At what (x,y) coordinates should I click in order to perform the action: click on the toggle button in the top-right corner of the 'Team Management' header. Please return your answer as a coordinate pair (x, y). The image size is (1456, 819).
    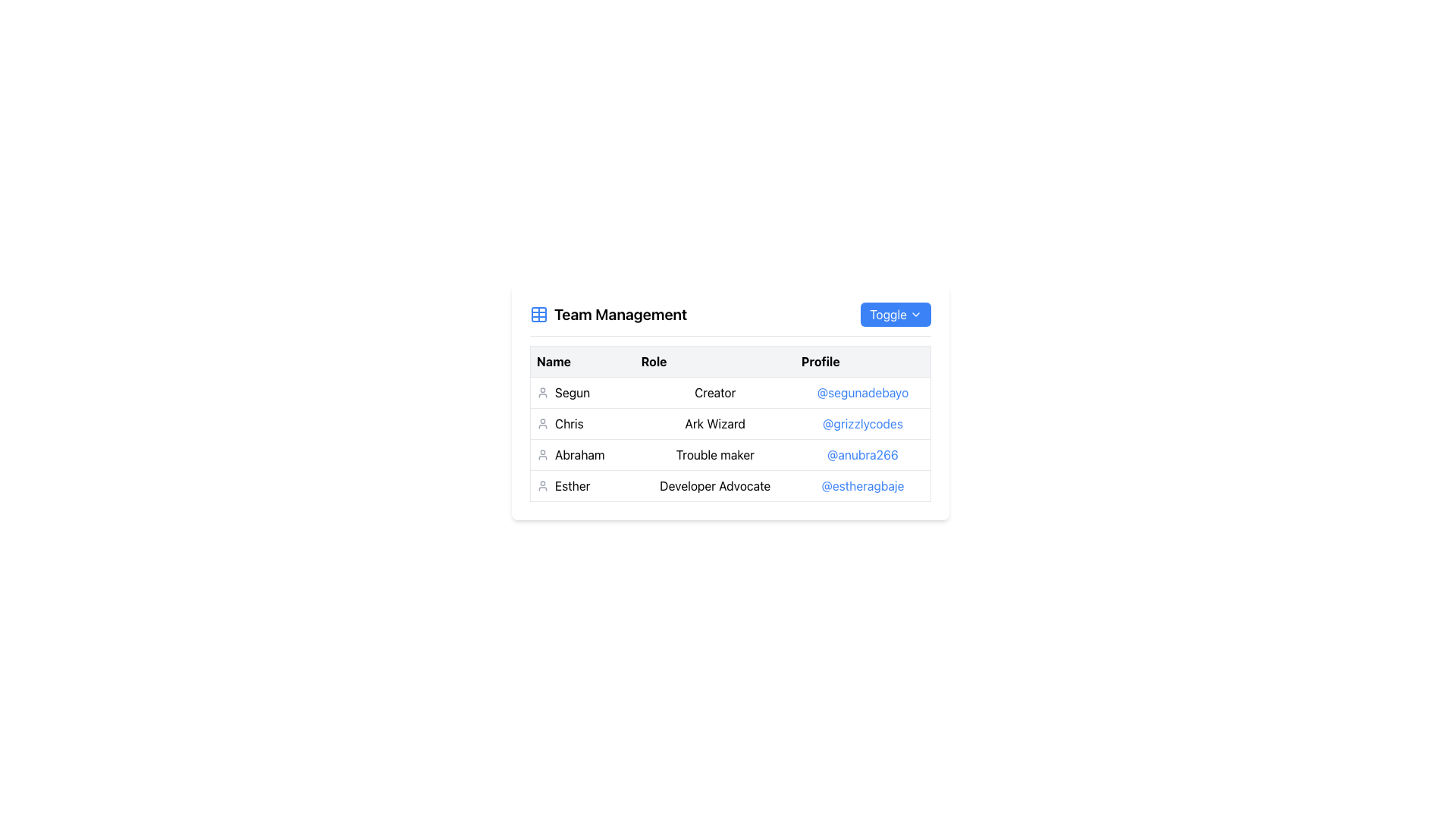
    Looking at the image, I should click on (896, 314).